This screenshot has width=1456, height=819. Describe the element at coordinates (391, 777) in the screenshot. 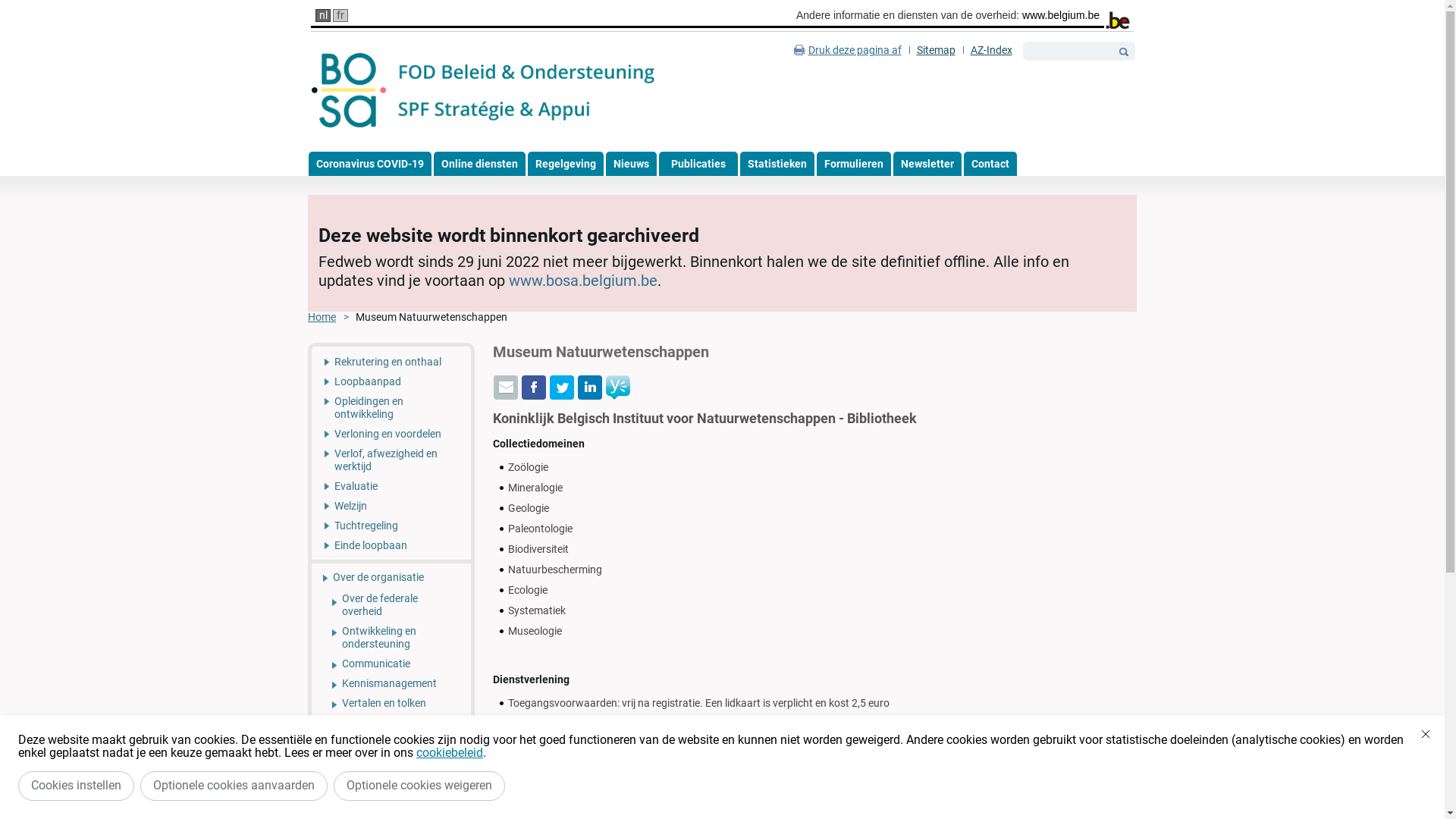

I see `'ICT'` at that location.